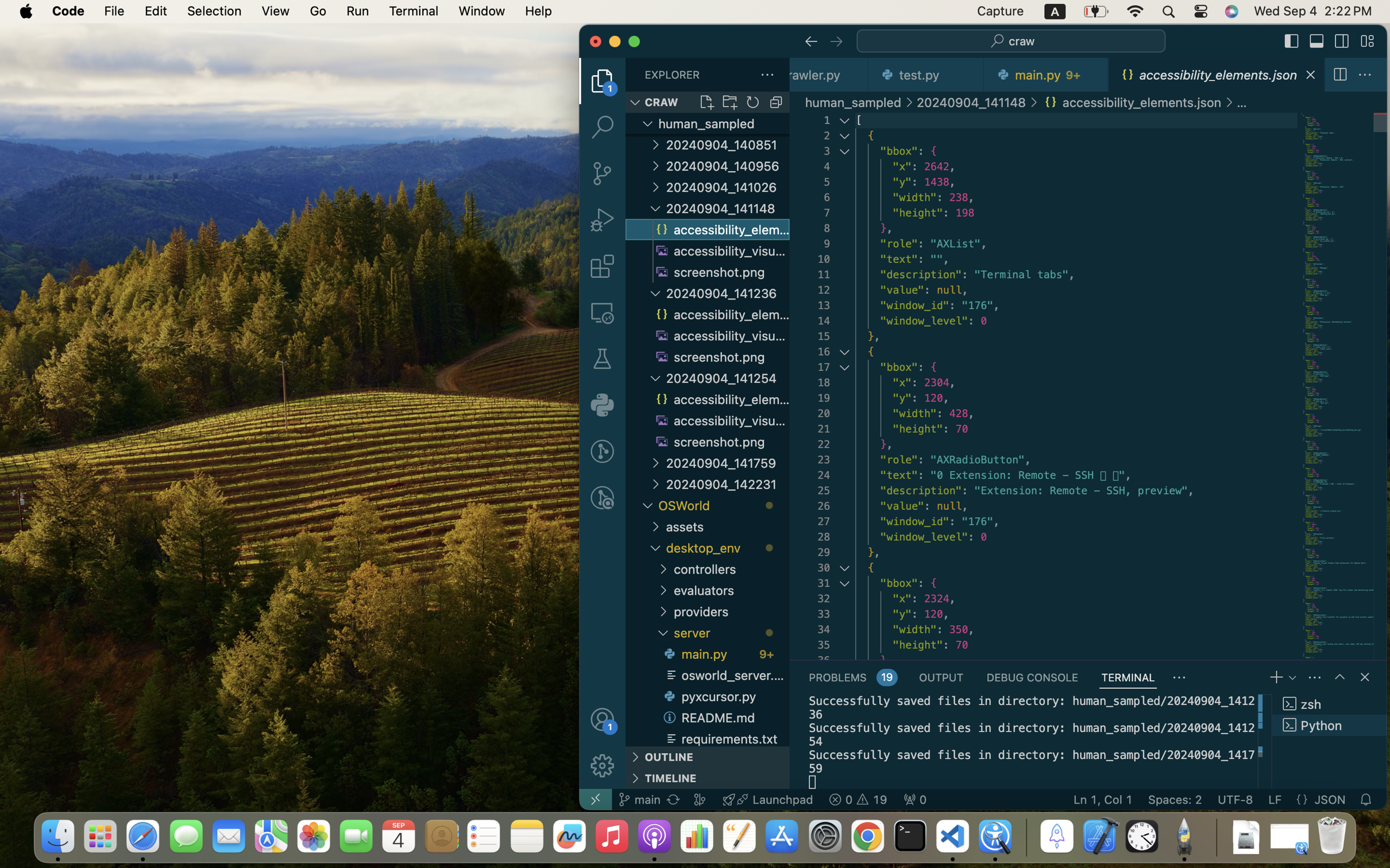 Image resolution: width=1390 pixels, height=868 pixels. I want to click on 'OUTLINE ', so click(706, 756).